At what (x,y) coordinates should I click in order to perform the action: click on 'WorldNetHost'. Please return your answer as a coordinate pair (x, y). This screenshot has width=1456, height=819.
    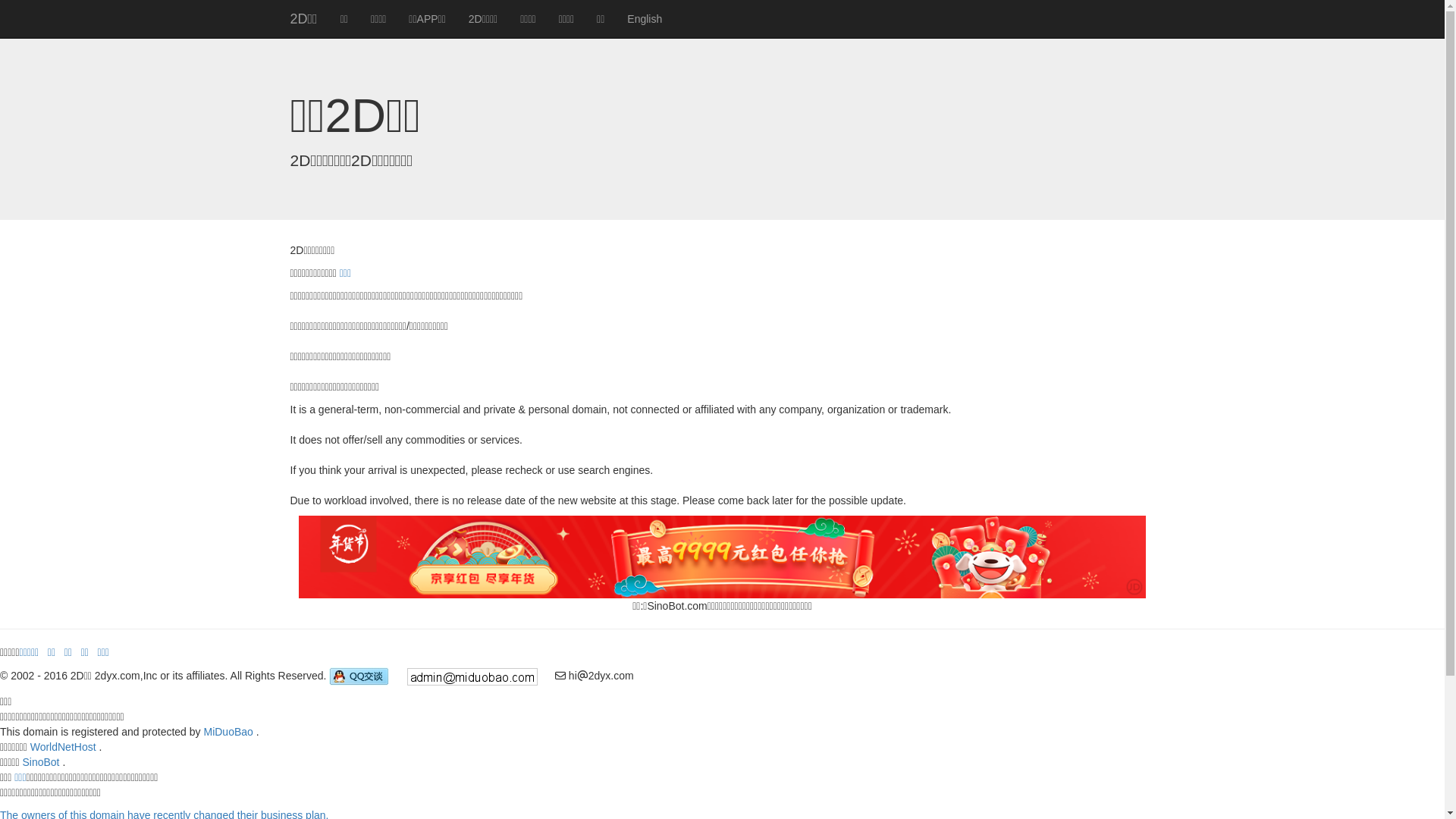
    Looking at the image, I should click on (62, 745).